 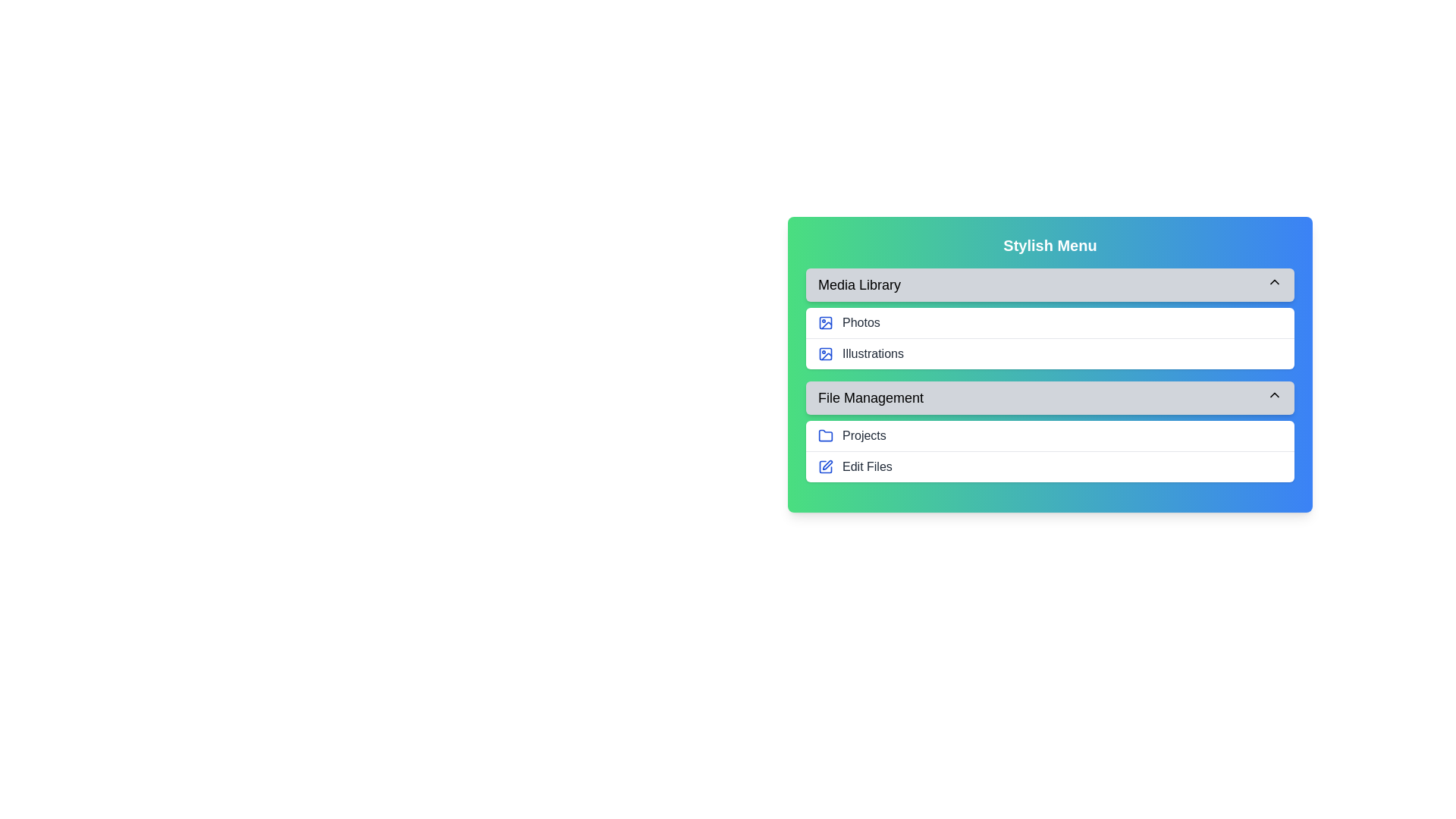 What do you see at coordinates (1050, 318) in the screenshot?
I see `an item from the 'Media Library' dropdown menu by clicking on it, which contains options like 'Photos' and 'Illustrations'` at bounding box center [1050, 318].